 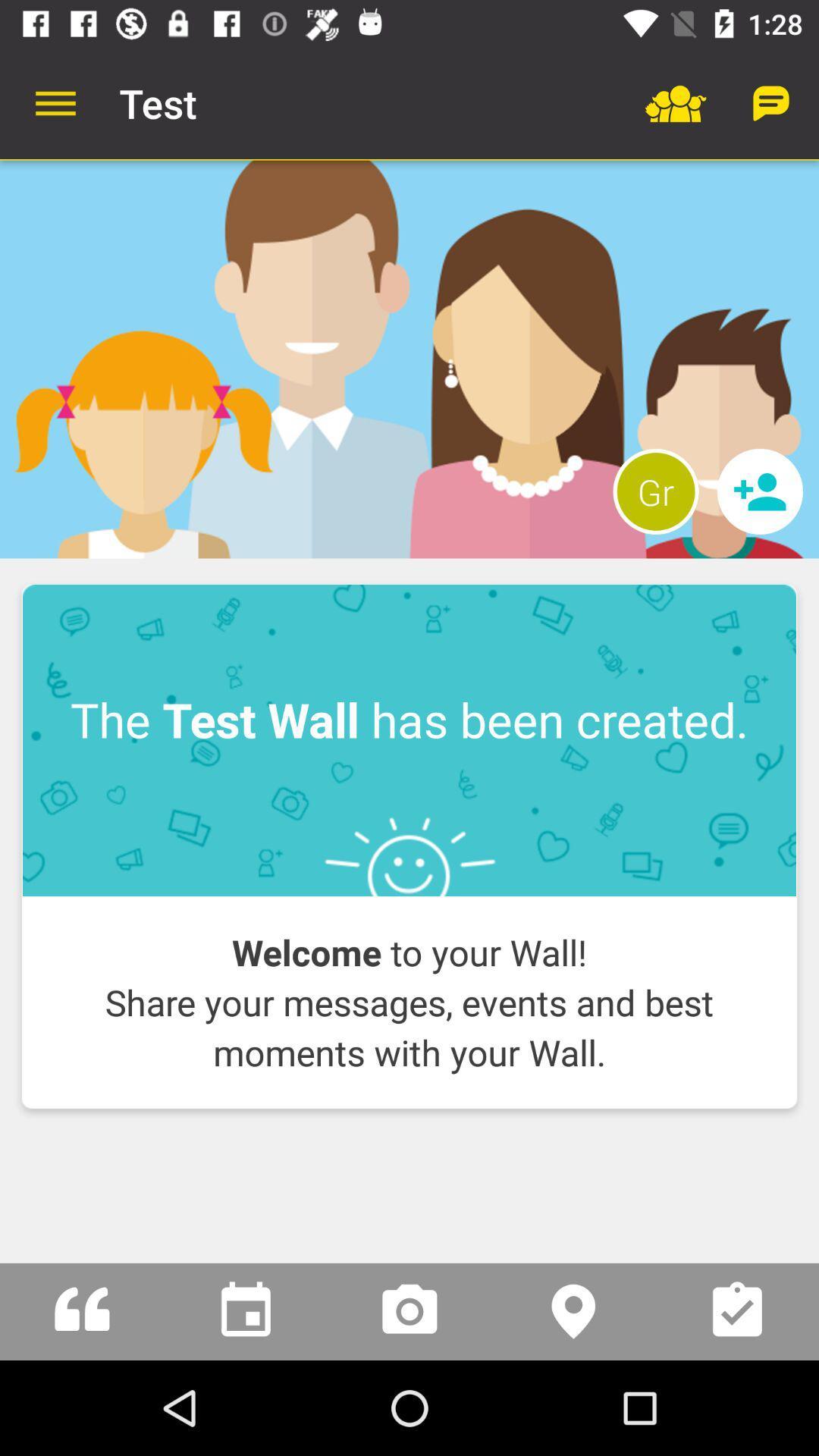 What do you see at coordinates (409, 740) in the screenshot?
I see `item above welcome to your icon` at bounding box center [409, 740].